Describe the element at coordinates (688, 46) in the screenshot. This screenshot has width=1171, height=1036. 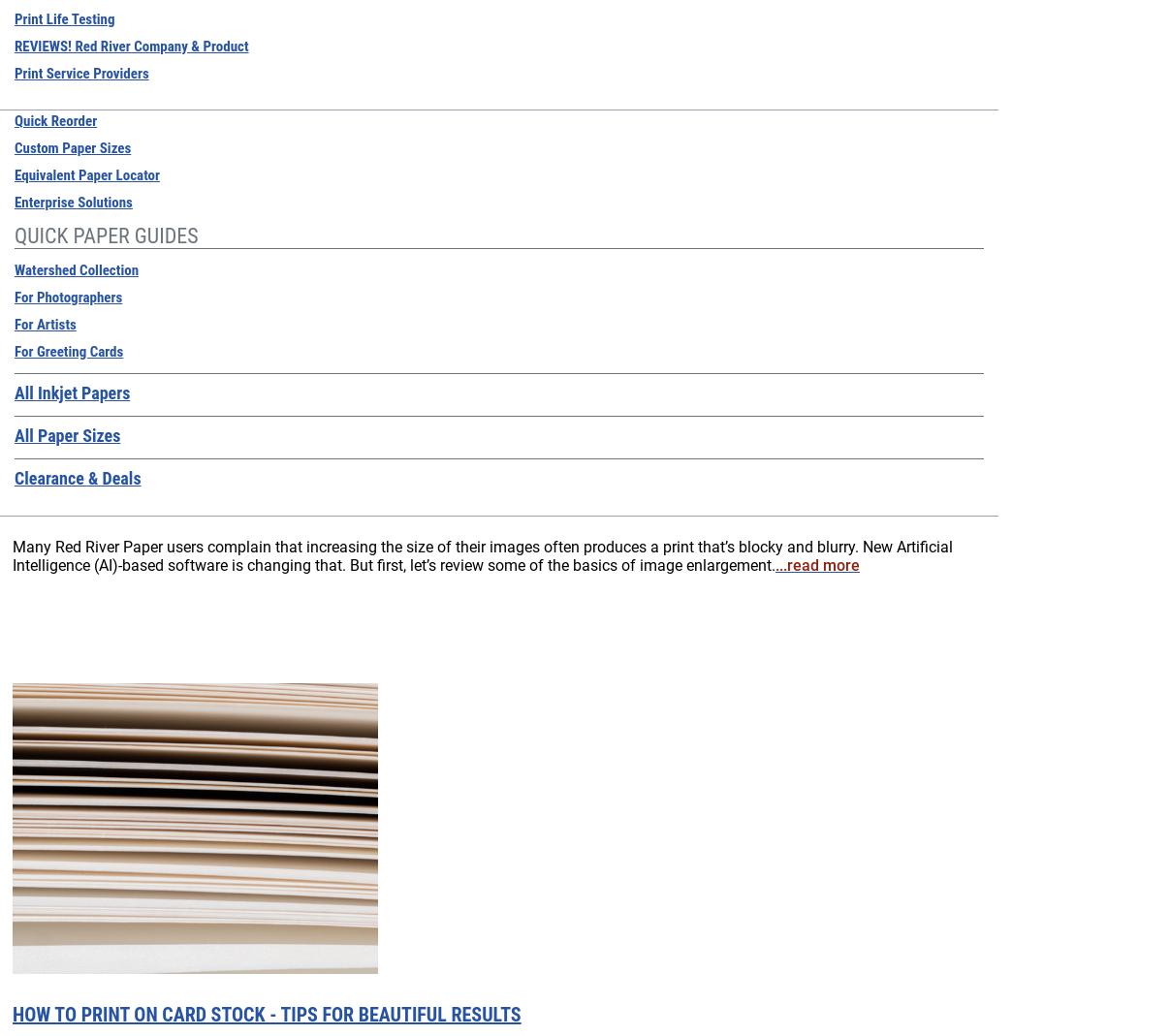
I see `'Handy Hardware'` at that location.